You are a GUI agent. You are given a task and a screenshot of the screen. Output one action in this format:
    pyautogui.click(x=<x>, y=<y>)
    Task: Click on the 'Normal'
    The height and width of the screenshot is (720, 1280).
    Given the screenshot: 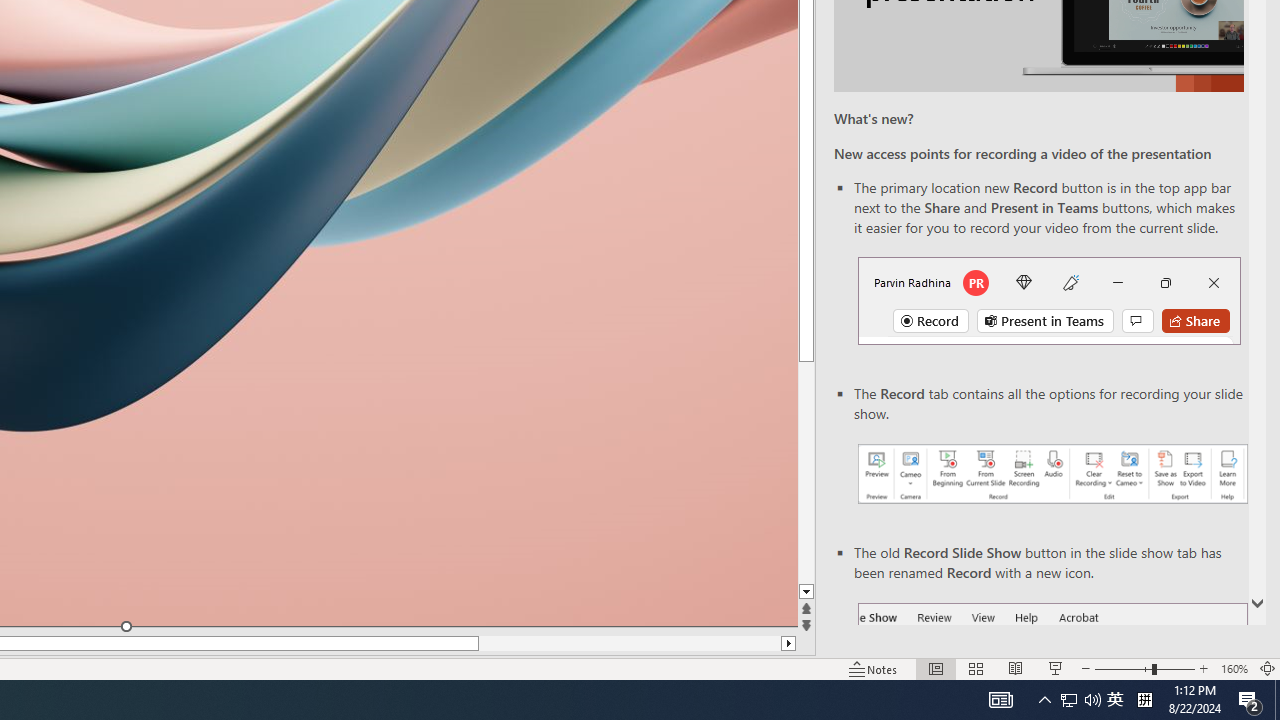 What is the action you would take?
    pyautogui.click(x=935, y=669)
    